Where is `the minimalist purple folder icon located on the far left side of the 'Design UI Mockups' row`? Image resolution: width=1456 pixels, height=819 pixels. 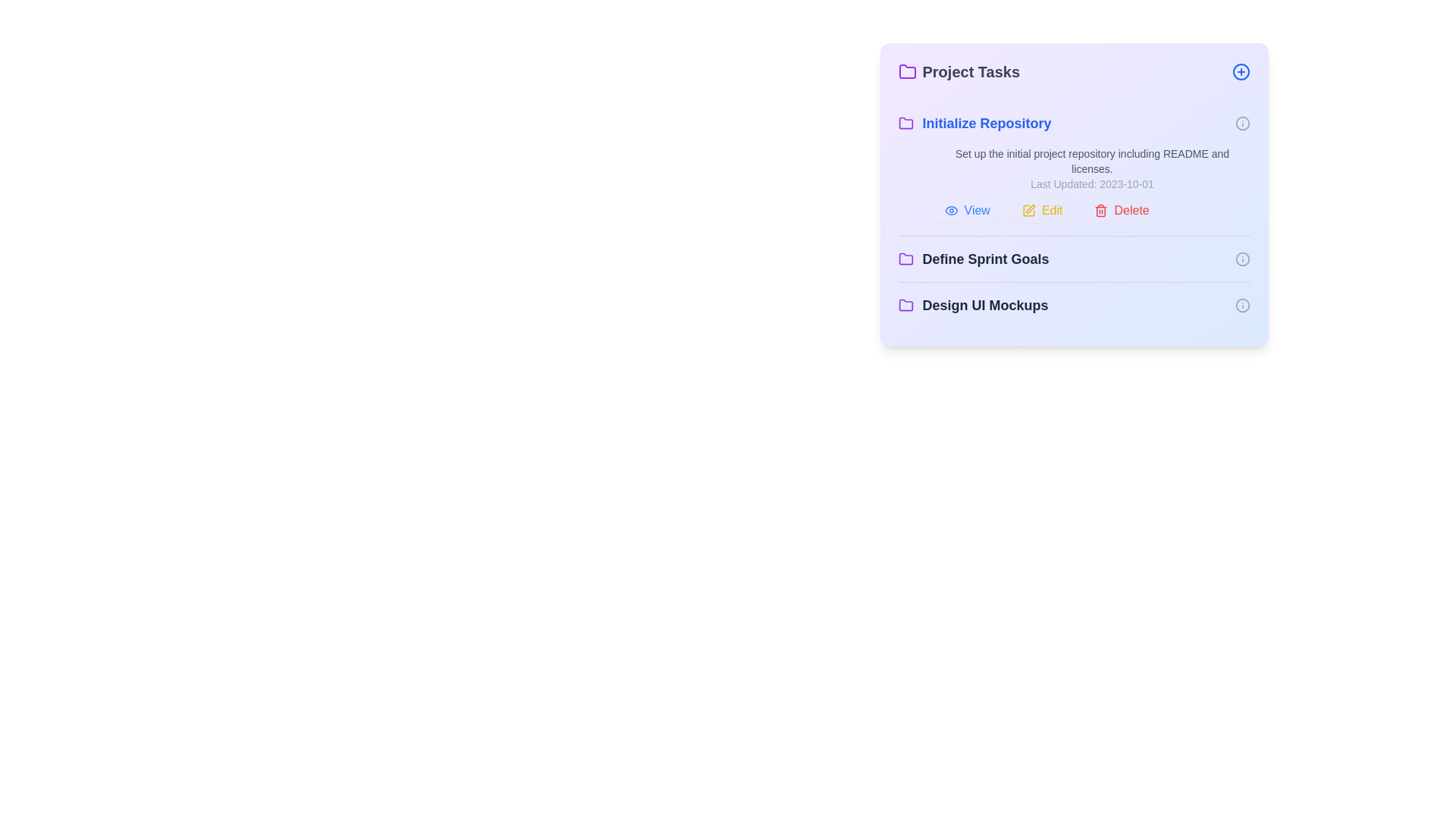 the minimalist purple folder icon located on the far left side of the 'Design UI Mockups' row is located at coordinates (905, 305).